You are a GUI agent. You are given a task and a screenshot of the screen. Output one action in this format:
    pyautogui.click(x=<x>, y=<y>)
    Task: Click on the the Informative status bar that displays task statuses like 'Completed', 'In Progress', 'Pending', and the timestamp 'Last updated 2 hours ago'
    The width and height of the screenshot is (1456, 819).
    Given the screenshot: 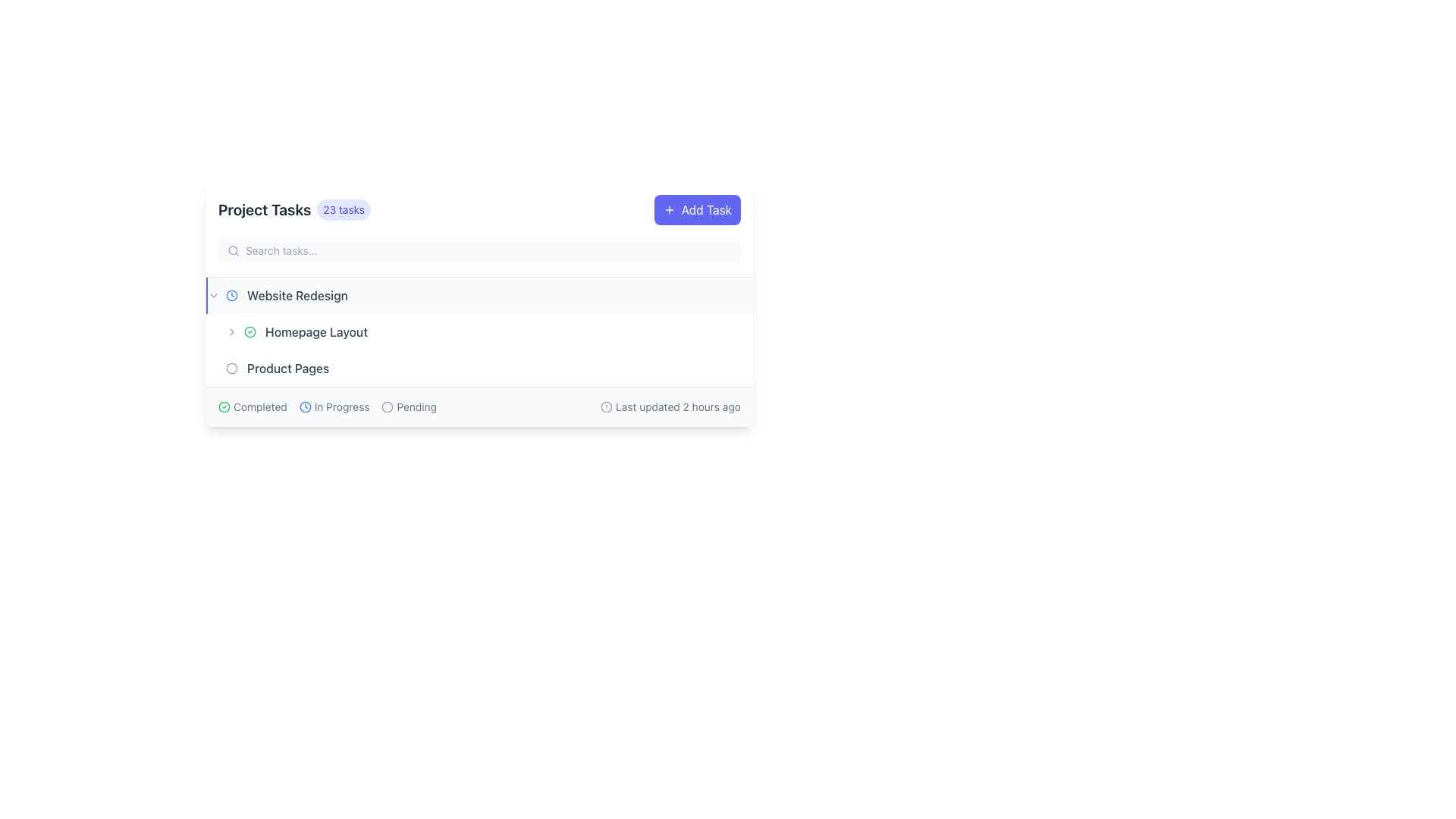 What is the action you would take?
    pyautogui.click(x=479, y=406)
    